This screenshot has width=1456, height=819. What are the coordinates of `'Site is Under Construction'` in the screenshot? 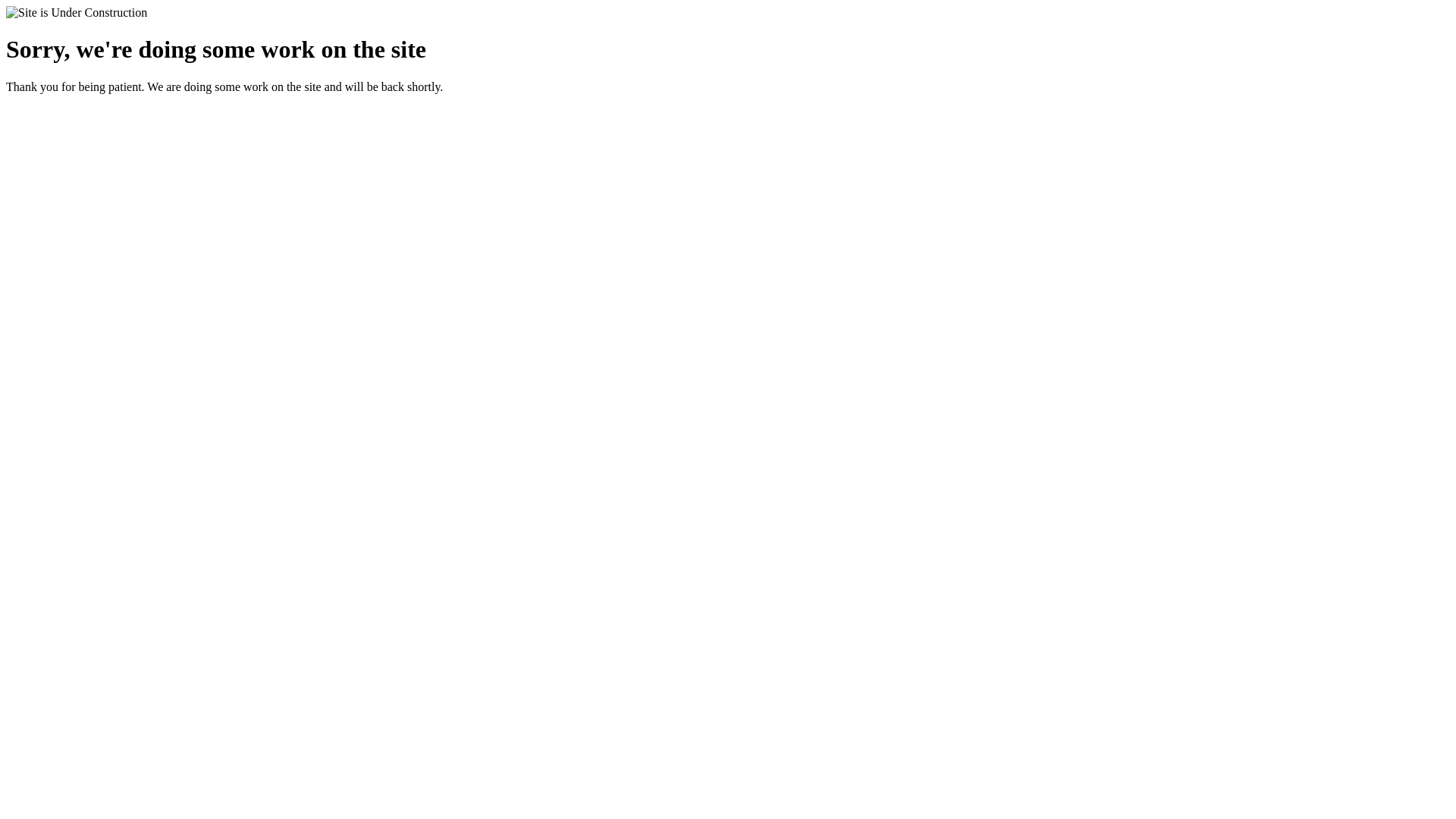 It's located at (75, 12).